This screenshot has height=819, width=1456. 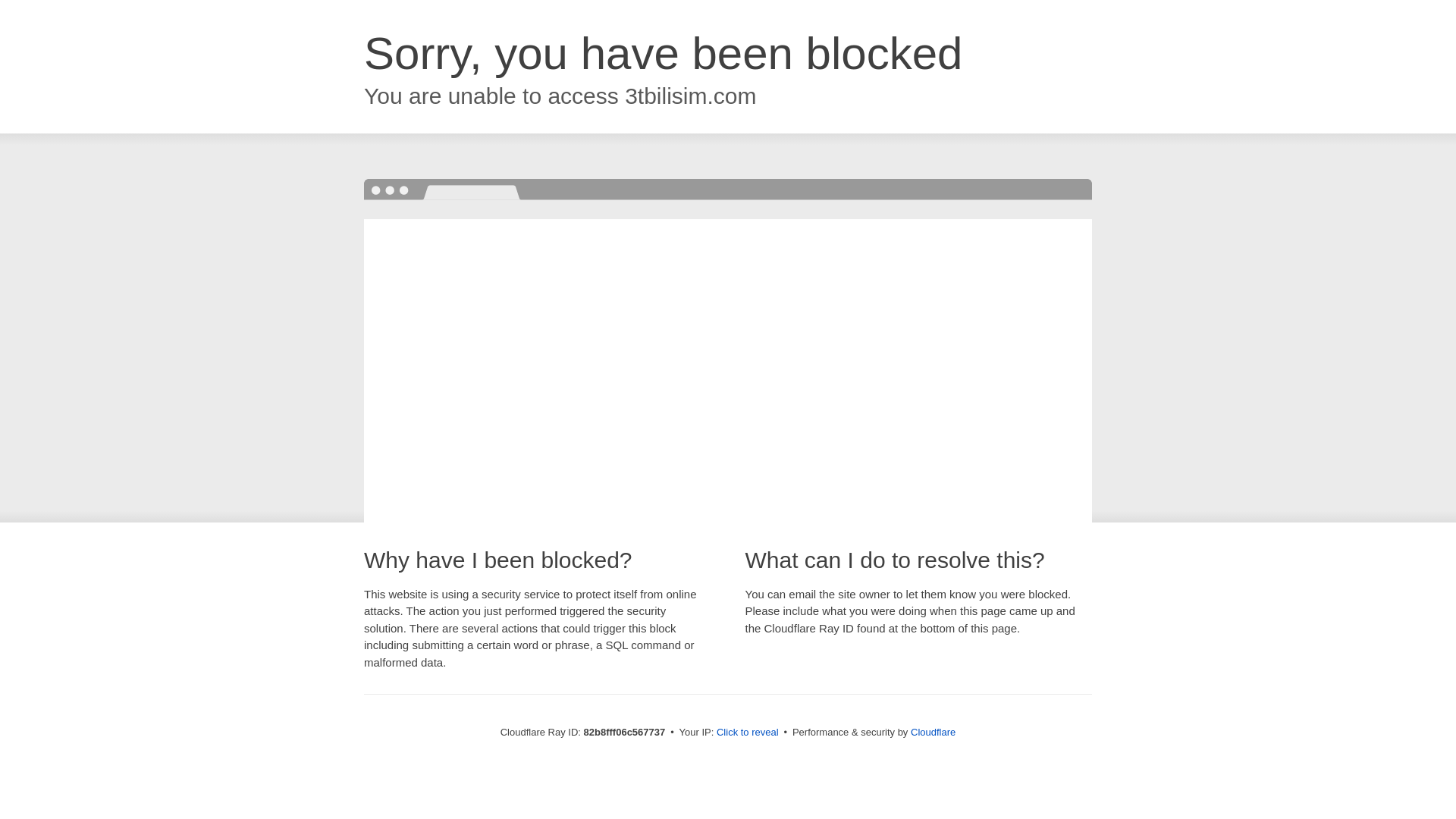 I want to click on 'Click to reveal', so click(x=747, y=731).